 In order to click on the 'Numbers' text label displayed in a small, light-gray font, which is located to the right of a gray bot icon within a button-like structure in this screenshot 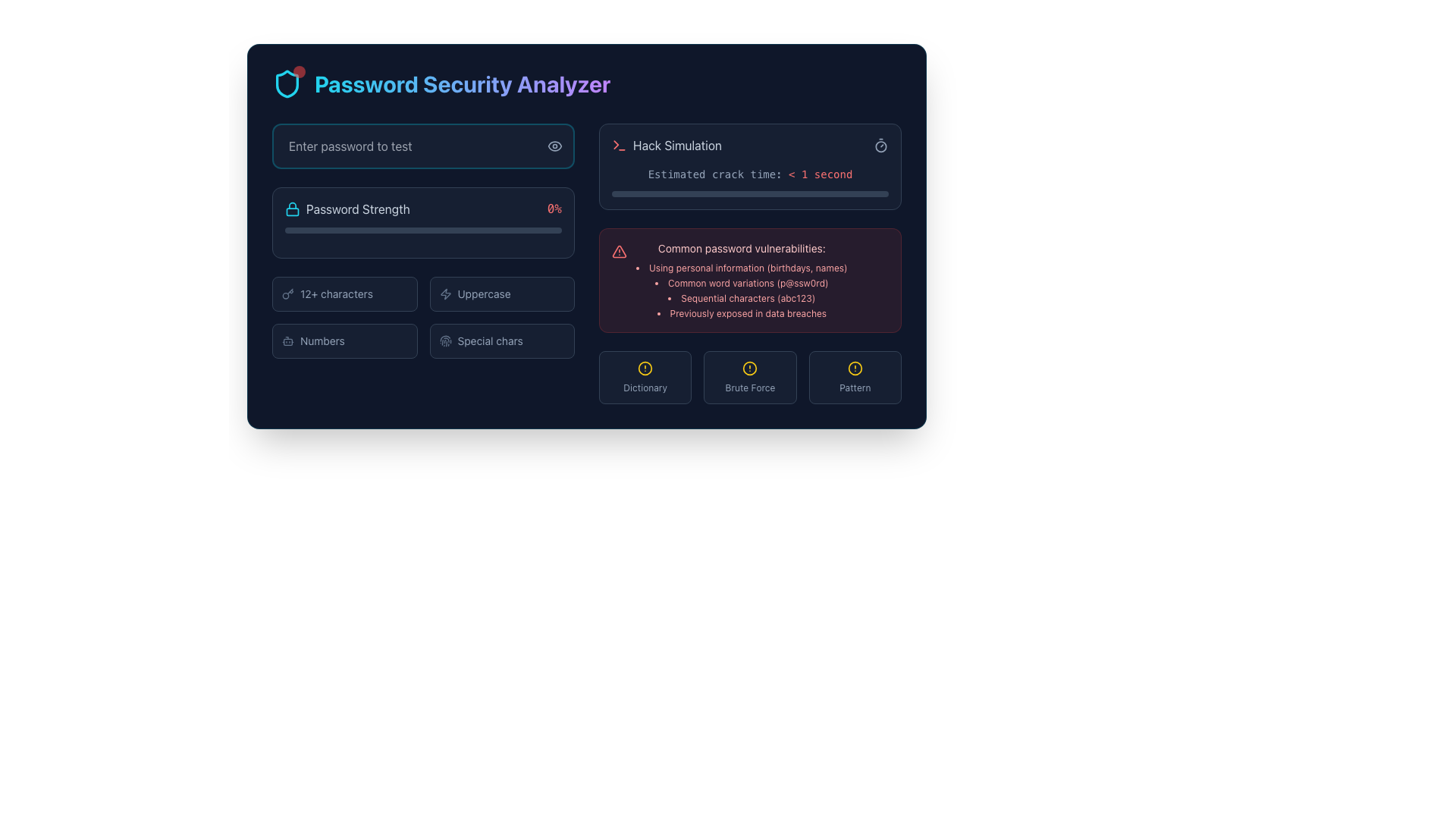, I will do `click(322, 341)`.